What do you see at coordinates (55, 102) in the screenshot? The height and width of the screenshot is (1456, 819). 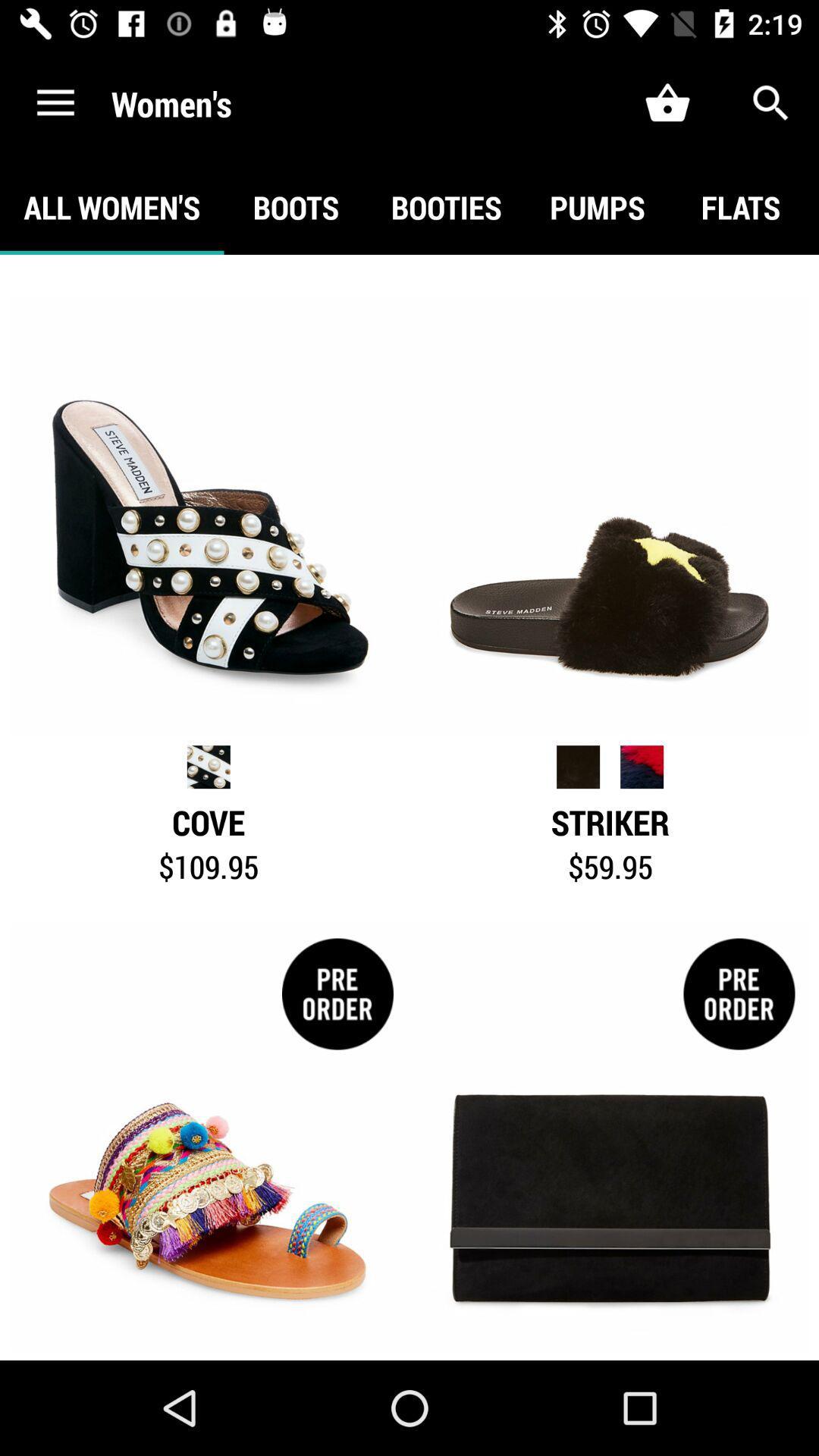 I see `the item next to women's item` at bounding box center [55, 102].